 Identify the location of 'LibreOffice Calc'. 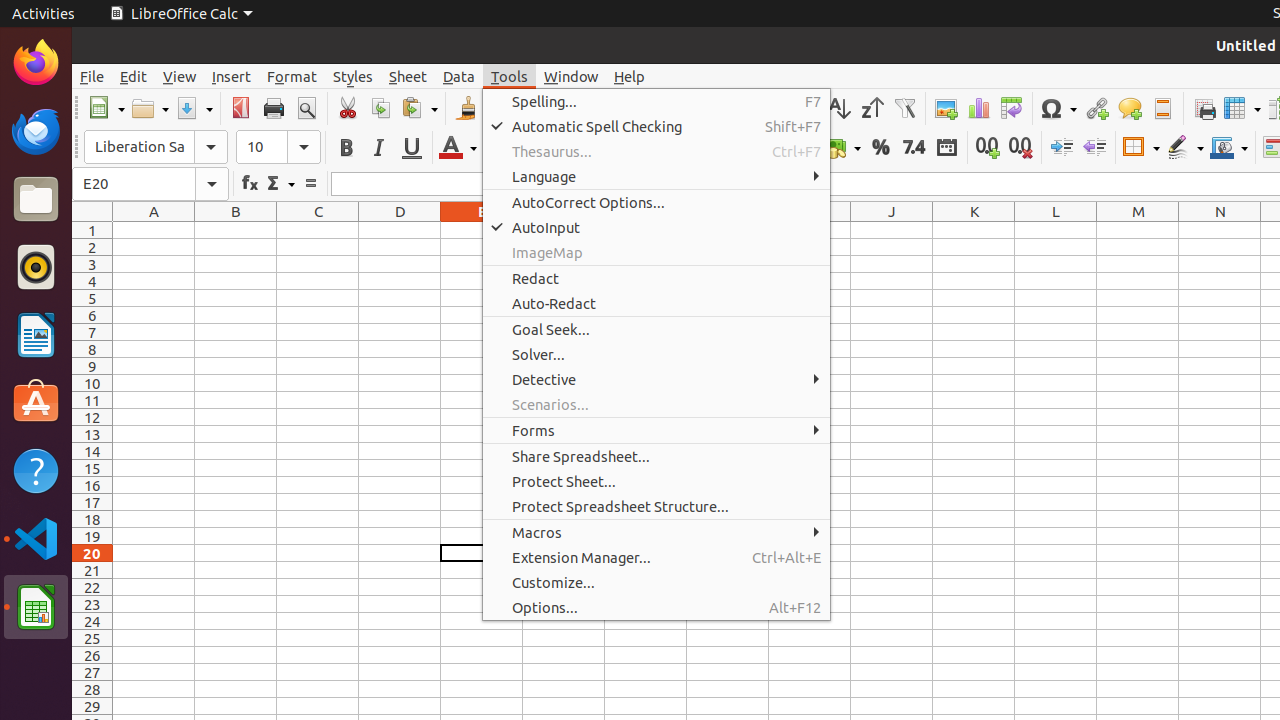
(180, 13).